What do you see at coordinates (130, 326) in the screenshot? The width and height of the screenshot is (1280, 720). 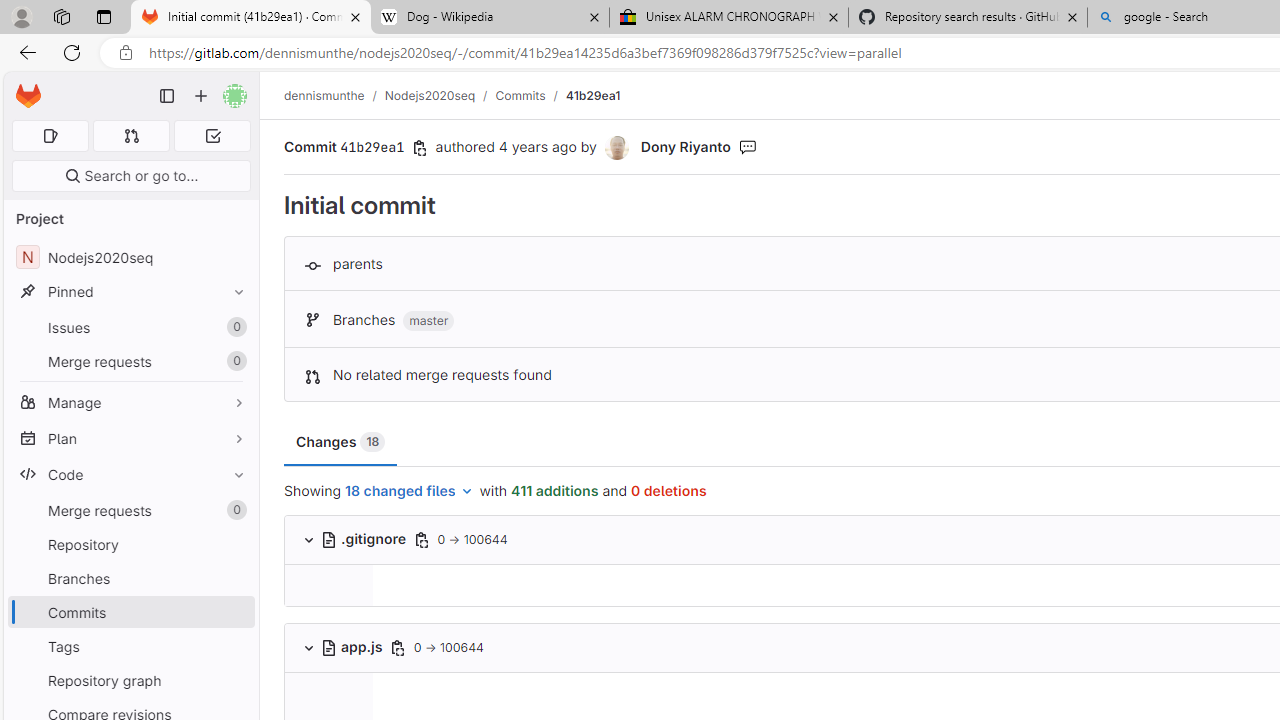 I see `'Issues 0'` at bounding box center [130, 326].